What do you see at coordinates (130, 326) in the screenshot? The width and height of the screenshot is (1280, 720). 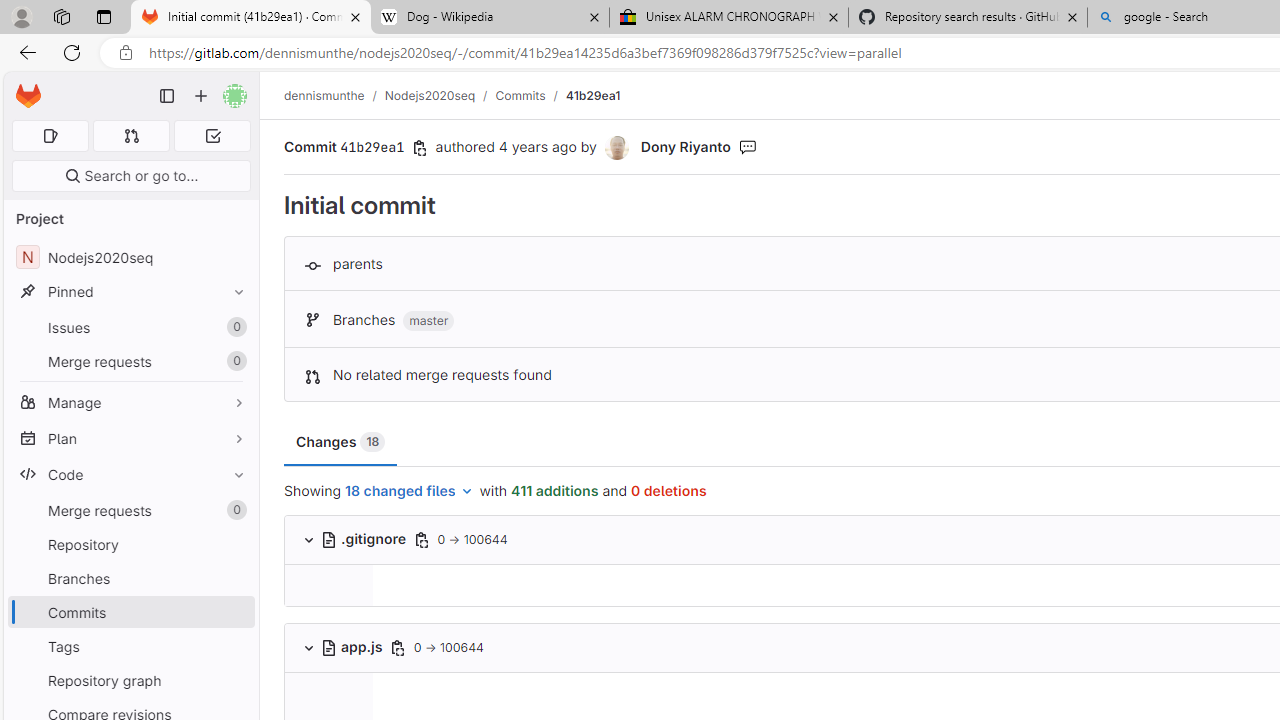 I see `'Issues 0'` at bounding box center [130, 326].